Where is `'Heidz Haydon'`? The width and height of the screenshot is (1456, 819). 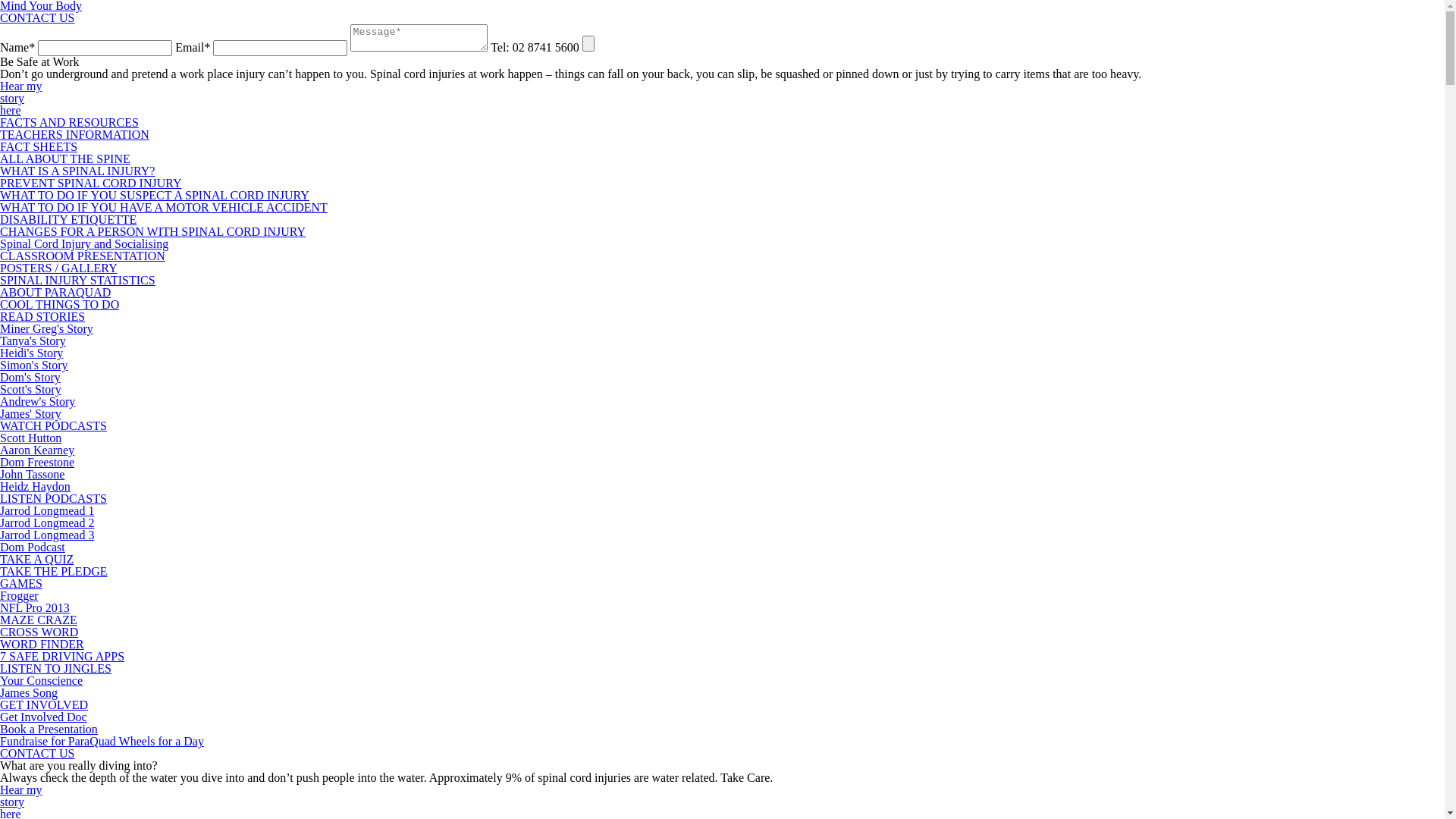
'Heidz Haydon' is located at coordinates (35, 486).